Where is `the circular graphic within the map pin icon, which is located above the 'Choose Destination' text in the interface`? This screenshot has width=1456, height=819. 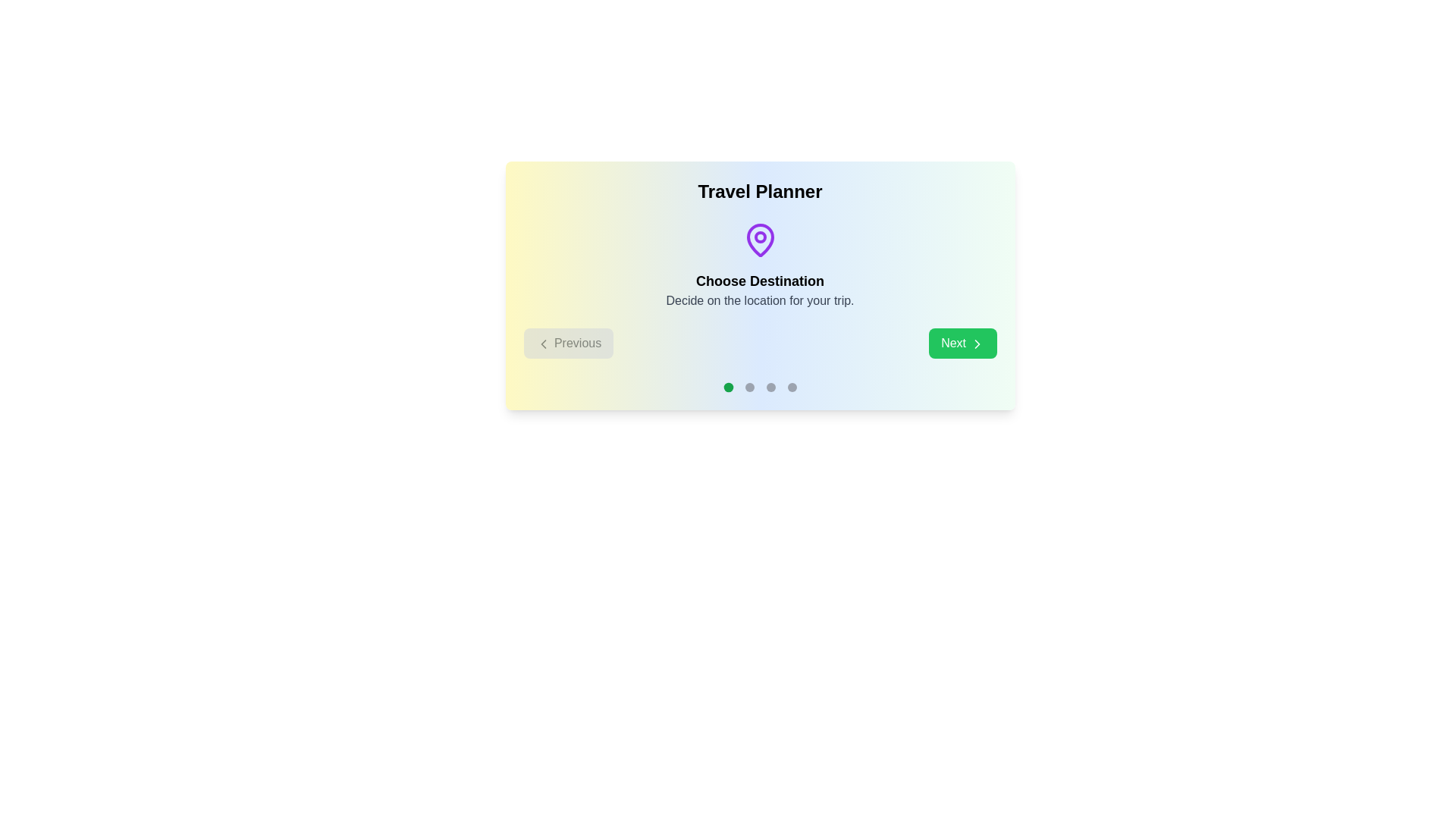
the circular graphic within the map pin icon, which is located above the 'Choose Destination' text in the interface is located at coordinates (760, 237).